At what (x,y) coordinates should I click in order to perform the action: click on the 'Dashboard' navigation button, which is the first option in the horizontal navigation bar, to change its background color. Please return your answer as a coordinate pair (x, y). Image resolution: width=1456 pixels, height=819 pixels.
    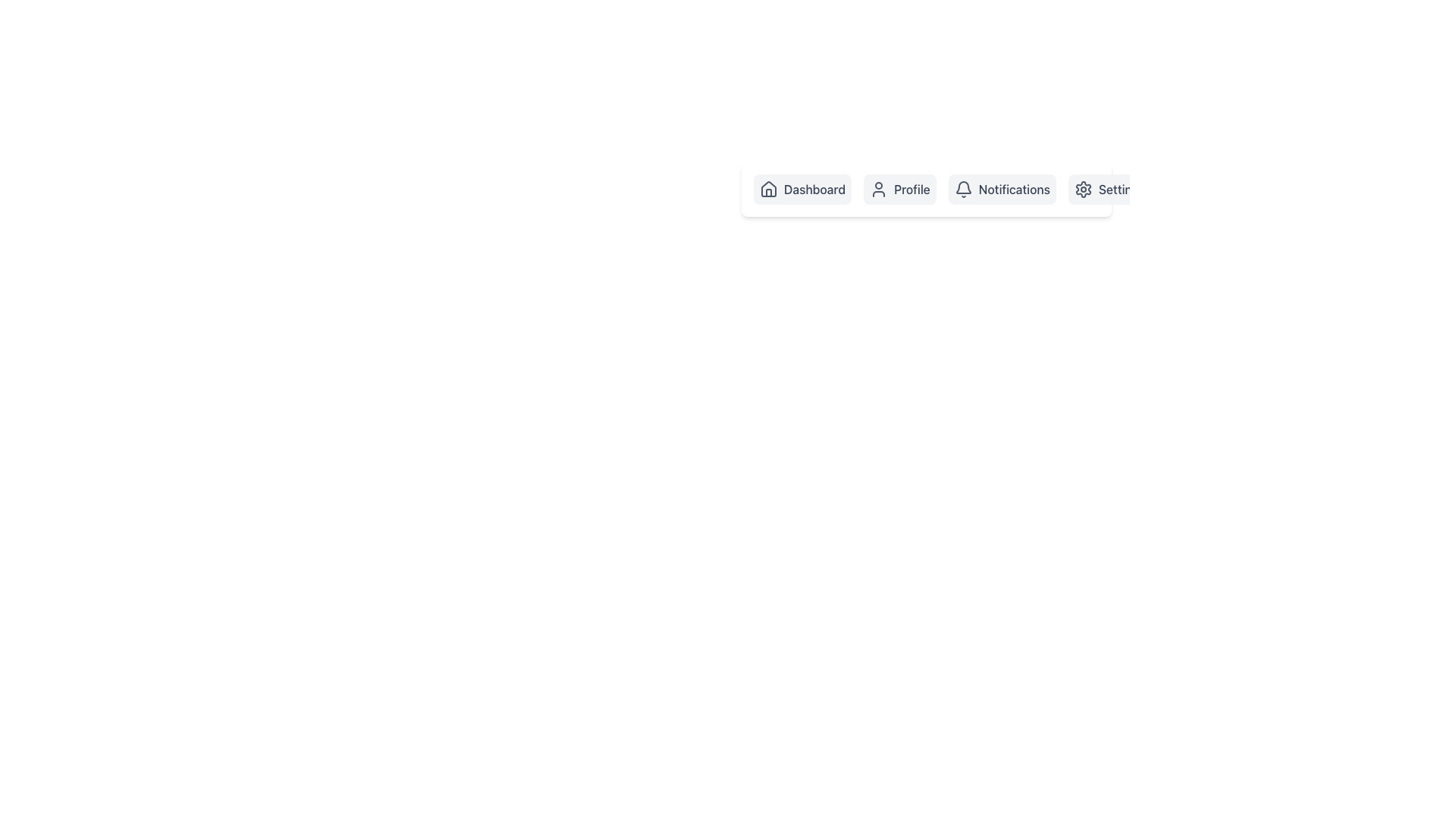
    Looking at the image, I should click on (802, 189).